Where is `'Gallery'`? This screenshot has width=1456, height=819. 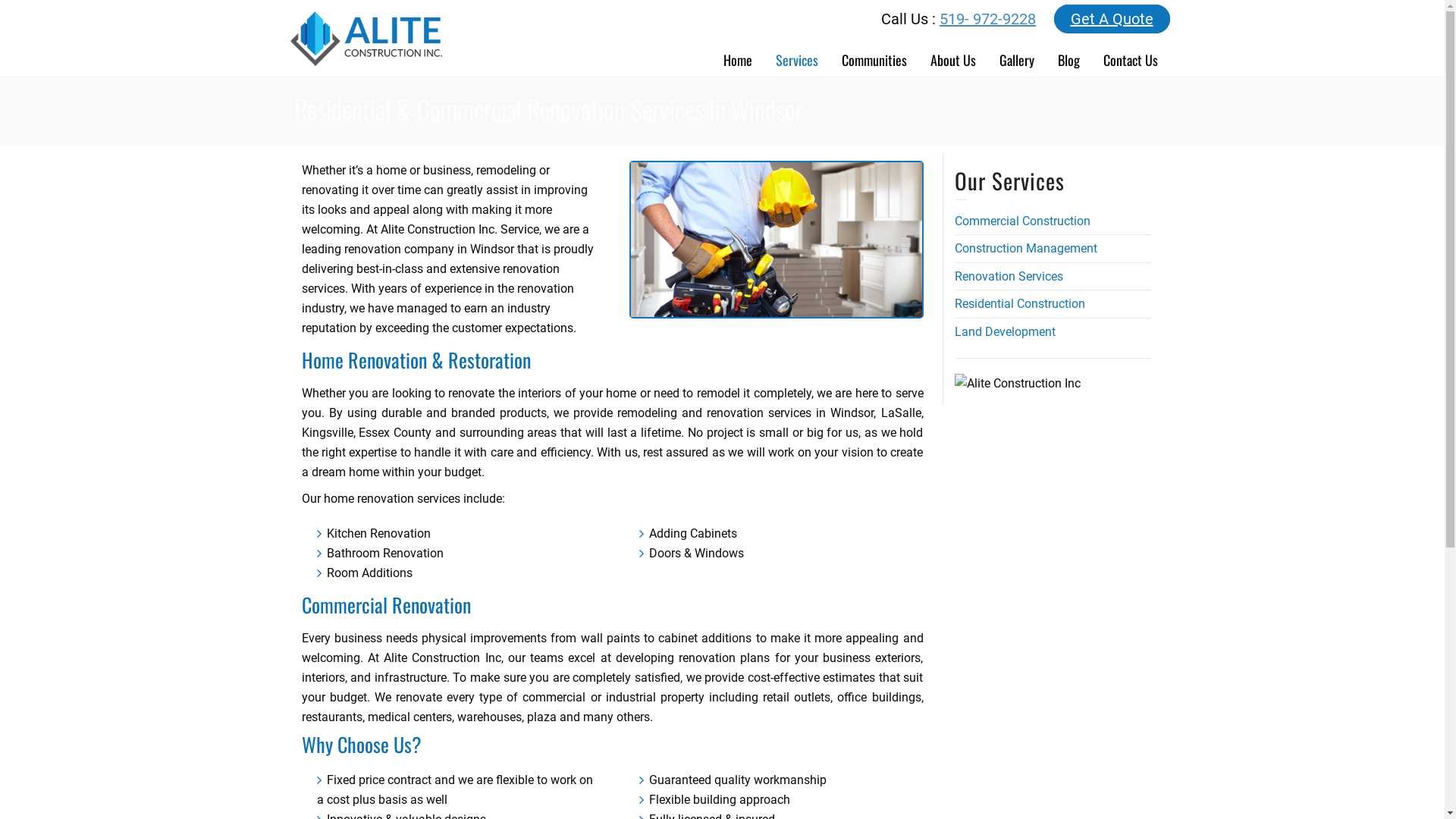
'Gallery' is located at coordinates (1016, 54).